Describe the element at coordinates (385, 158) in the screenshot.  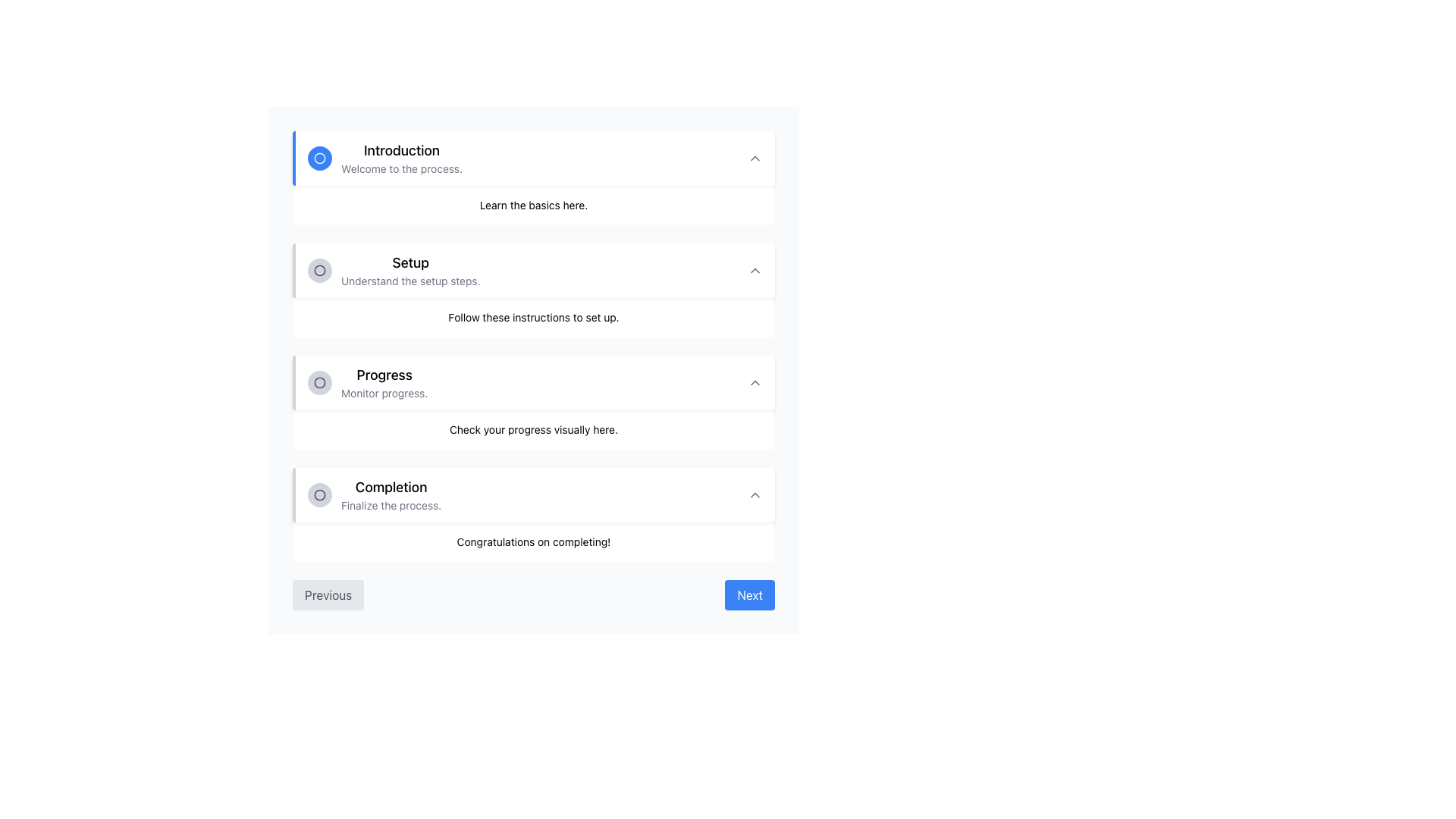
I see `the 'Introduction' text element with an icon, which is the first item in the list above 'Setup' and below the top margin, characterized by a white background, rounded corners, and a blue left border` at that location.